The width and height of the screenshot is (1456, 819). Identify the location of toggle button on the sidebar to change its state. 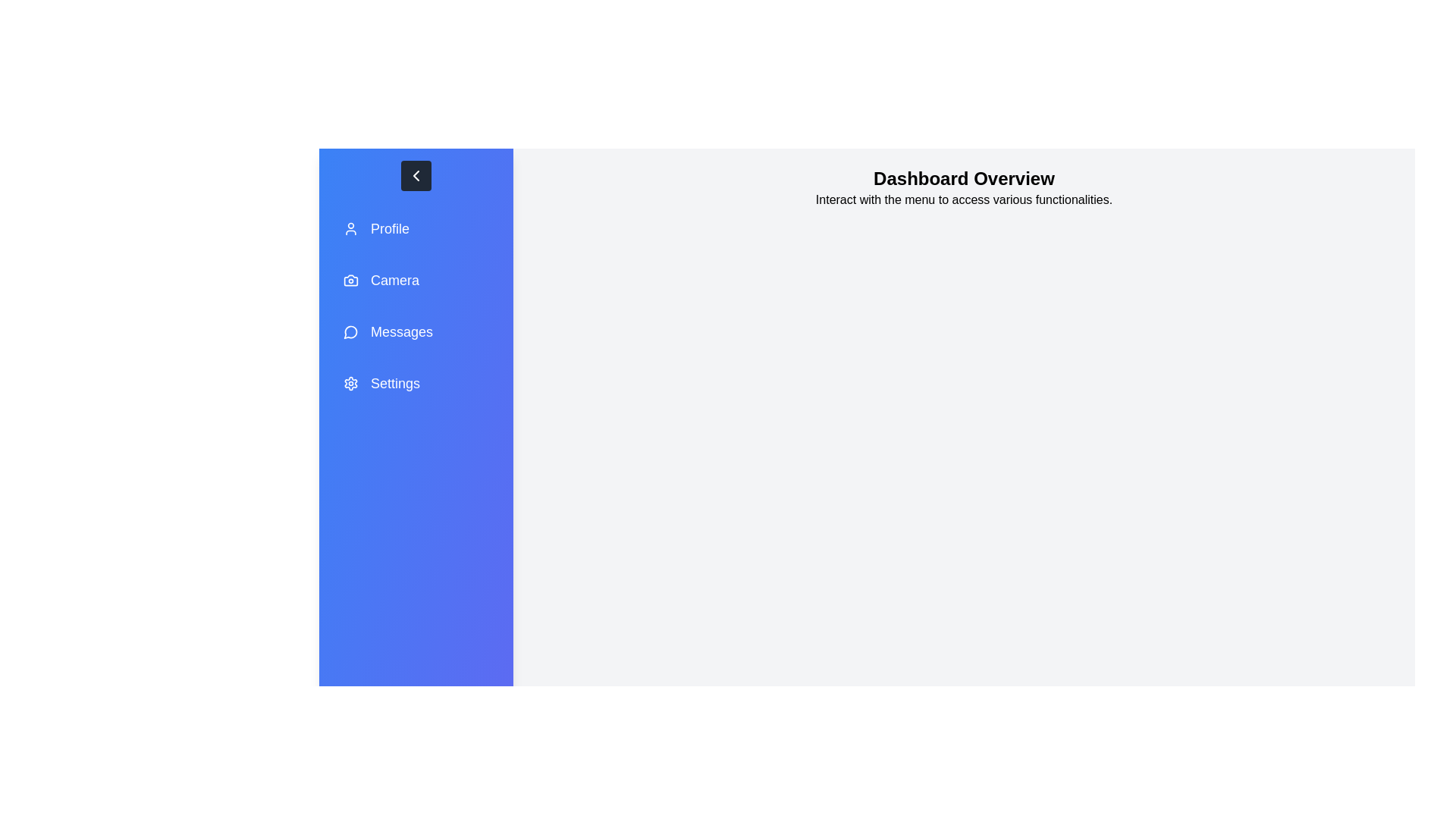
(416, 174).